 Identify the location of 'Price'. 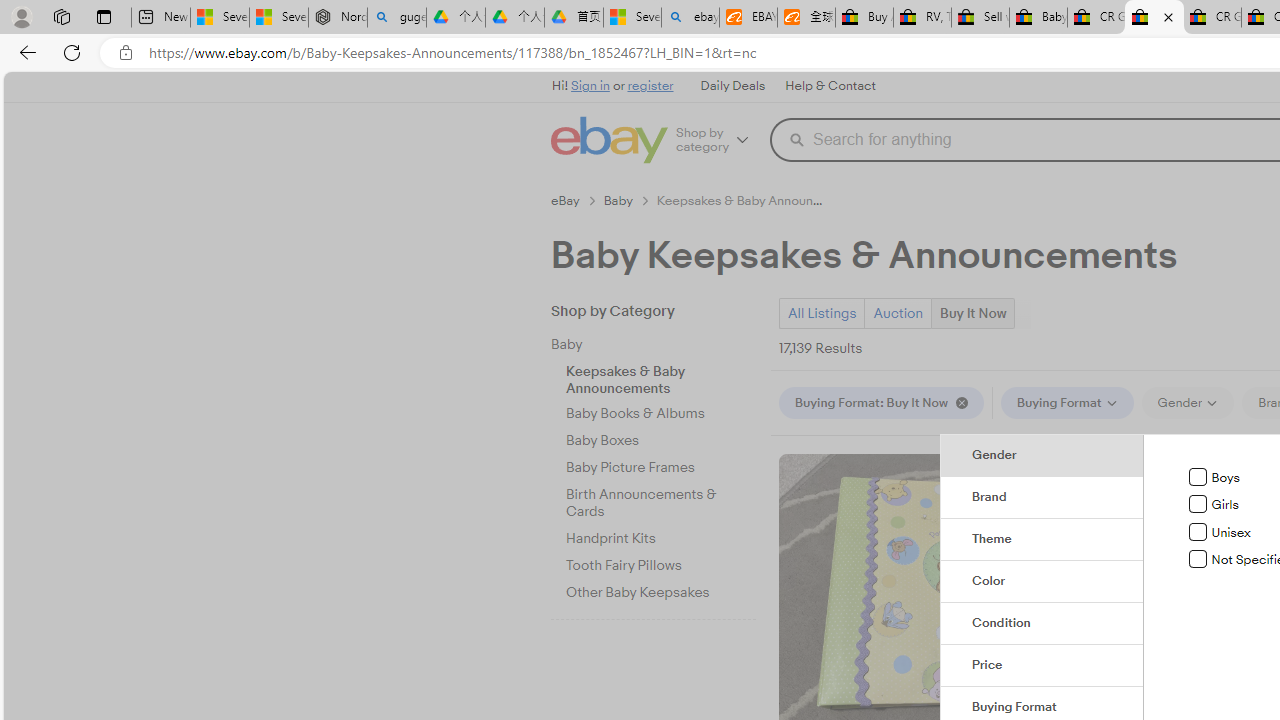
(1041, 666).